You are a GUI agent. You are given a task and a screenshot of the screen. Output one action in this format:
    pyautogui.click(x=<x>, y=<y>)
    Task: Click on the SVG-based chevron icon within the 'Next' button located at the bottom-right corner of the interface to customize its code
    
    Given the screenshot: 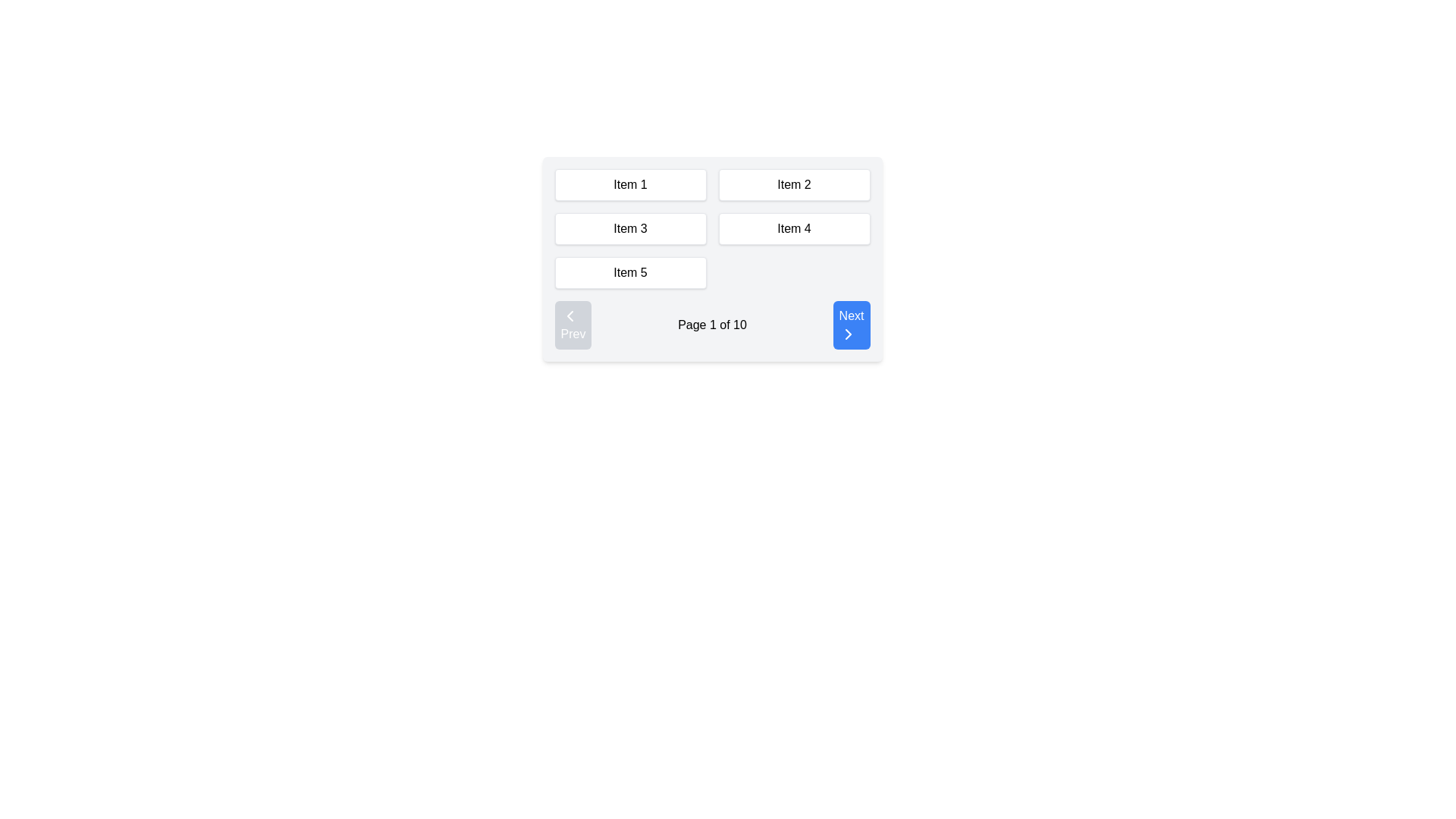 What is the action you would take?
    pyautogui.click(x=847, y=333)
    